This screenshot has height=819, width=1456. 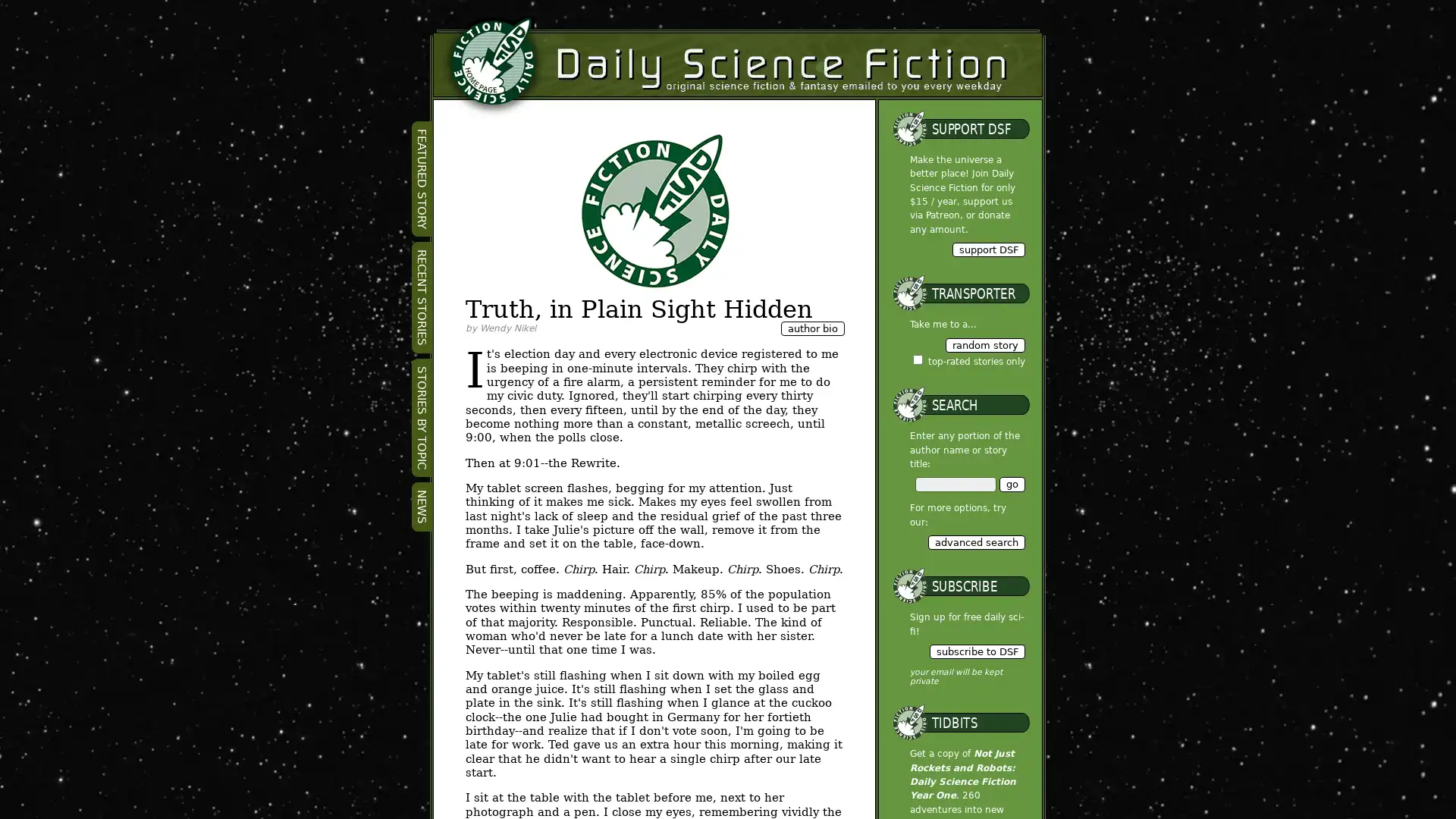 What do you see at coordinates (975, 541) in the screenshot?
I see `advanced search` at bounding box center [975, 541].